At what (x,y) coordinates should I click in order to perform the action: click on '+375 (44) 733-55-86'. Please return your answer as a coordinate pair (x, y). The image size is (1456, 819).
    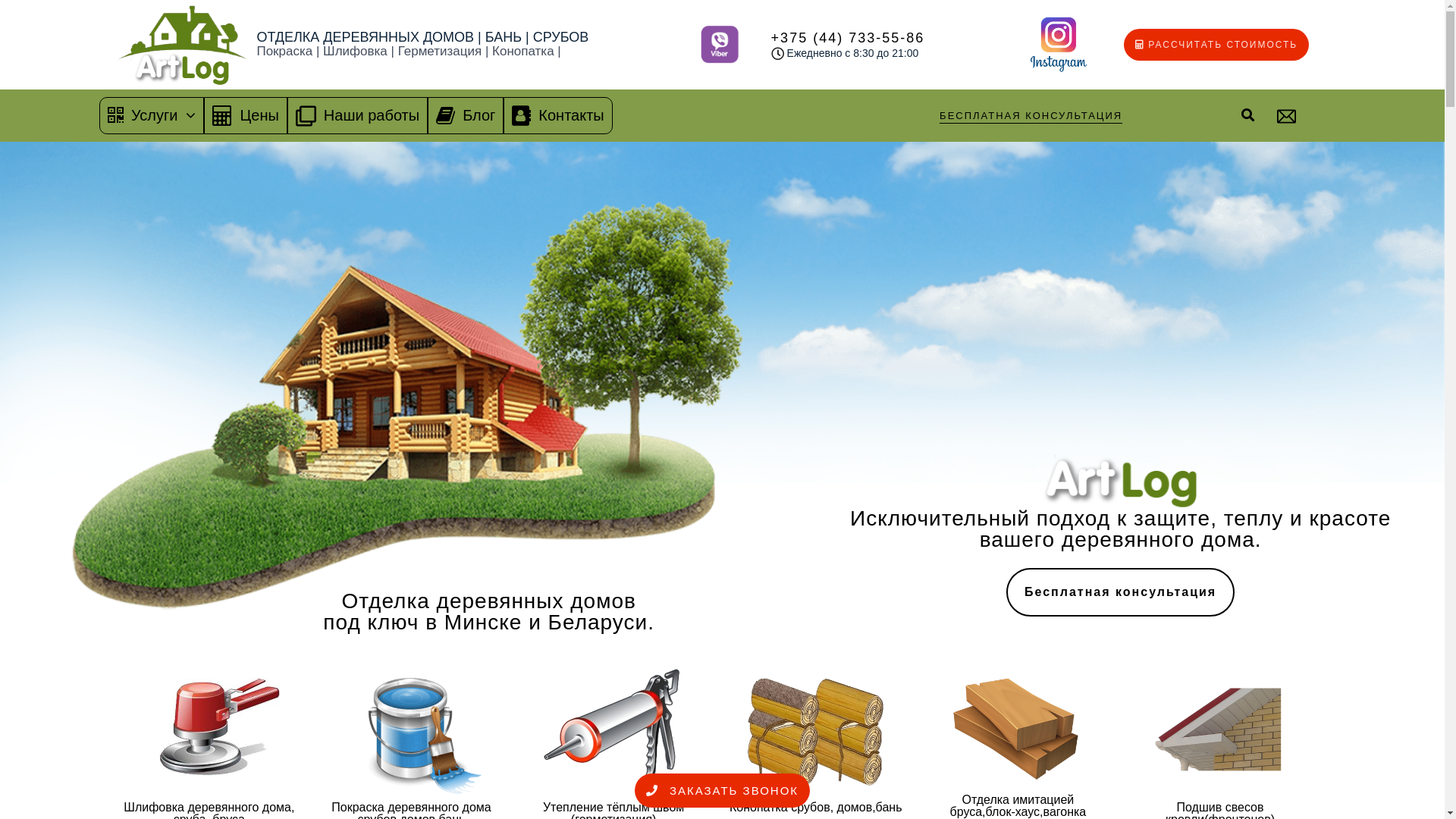
    Looking at the image, I should click on (847, 37).